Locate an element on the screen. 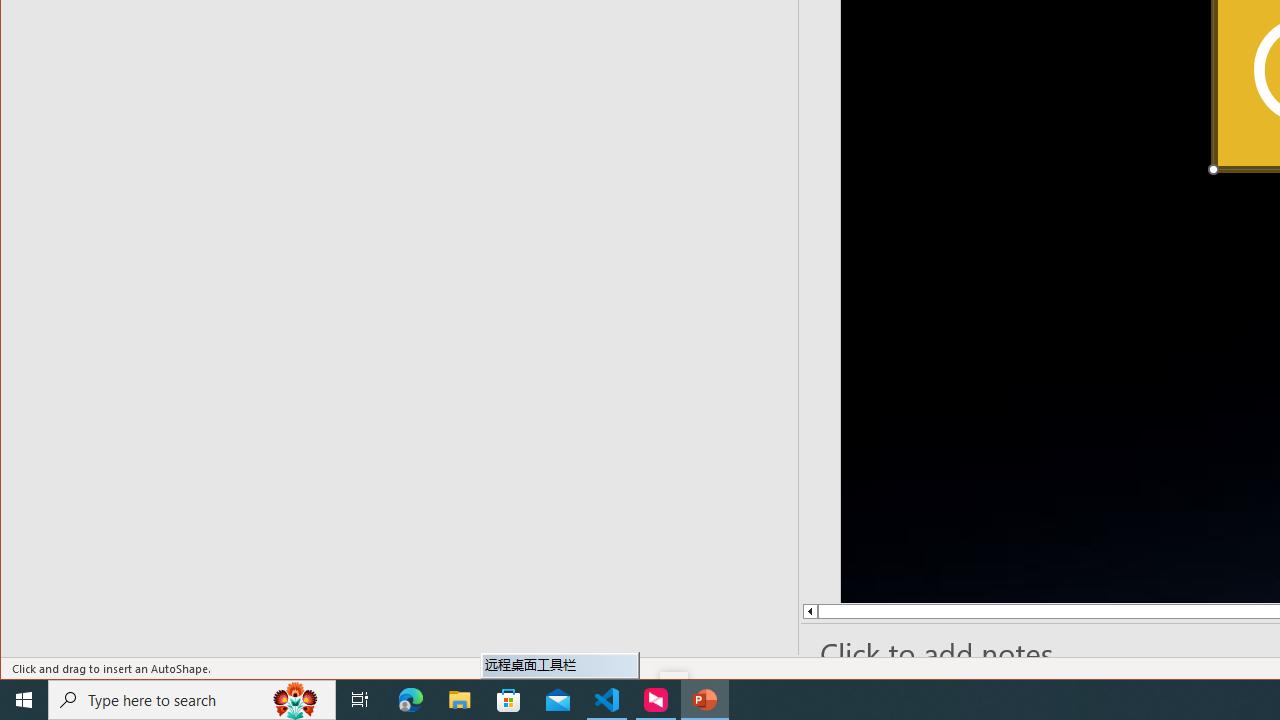 The height and width of the screenshot is (720, 1280). 'Search highlights icon opens search home window' is located at coordinates (294, 698).